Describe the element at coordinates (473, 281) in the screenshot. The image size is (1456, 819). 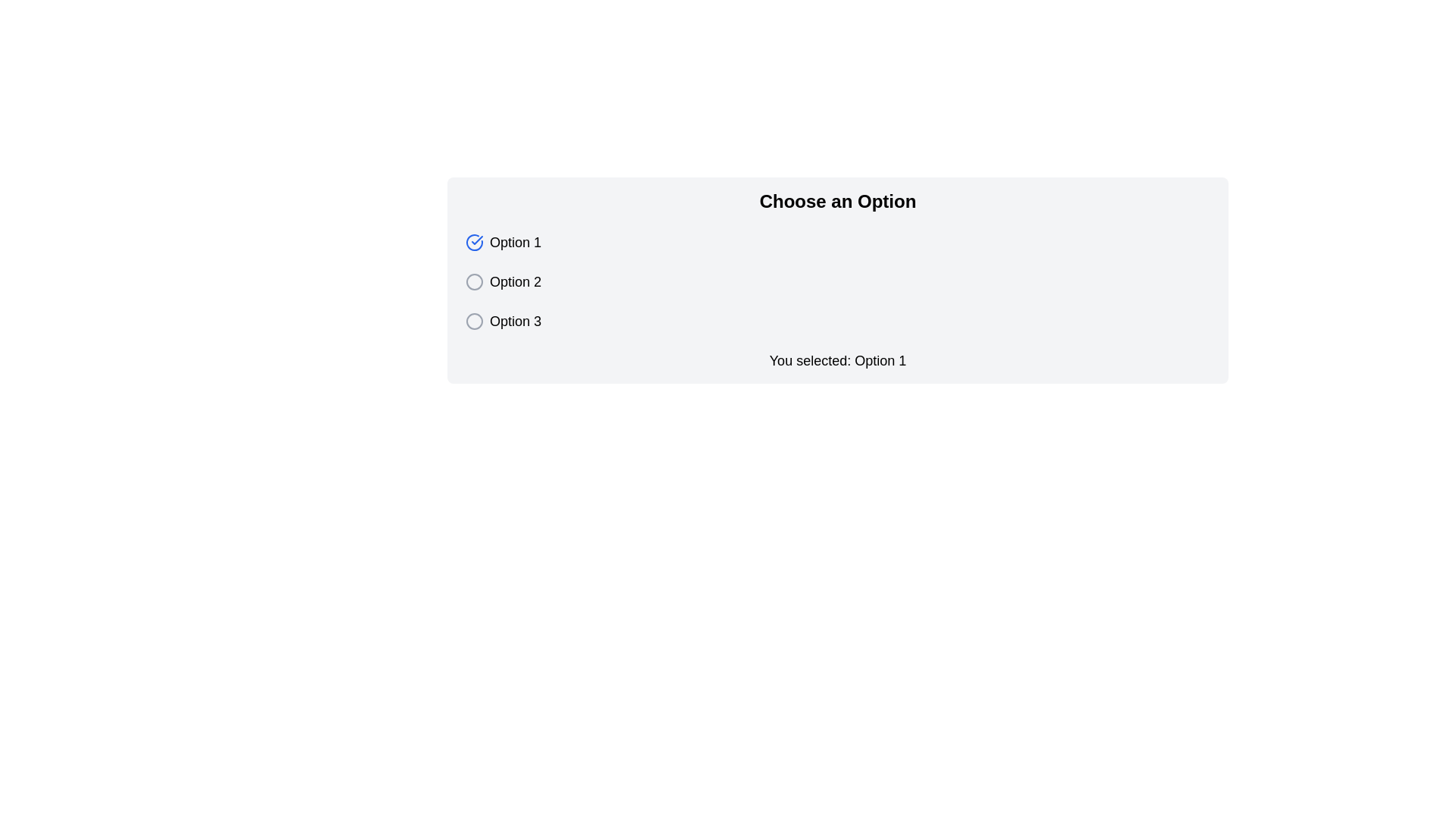
I see `the unselected radio button next to the label 'Option 2'` at that location.